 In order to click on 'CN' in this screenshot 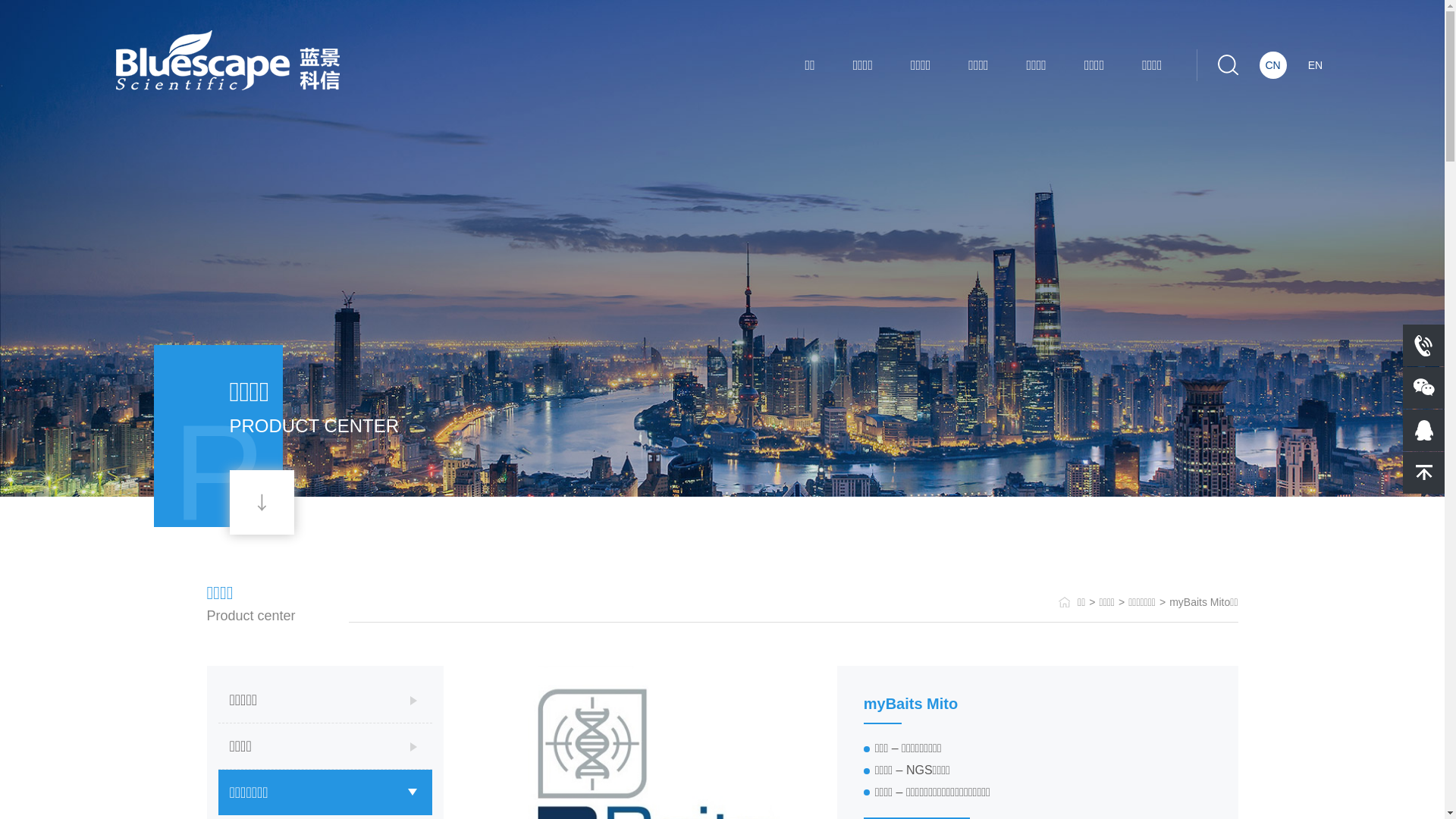, I will do `click(1272, 64)`.